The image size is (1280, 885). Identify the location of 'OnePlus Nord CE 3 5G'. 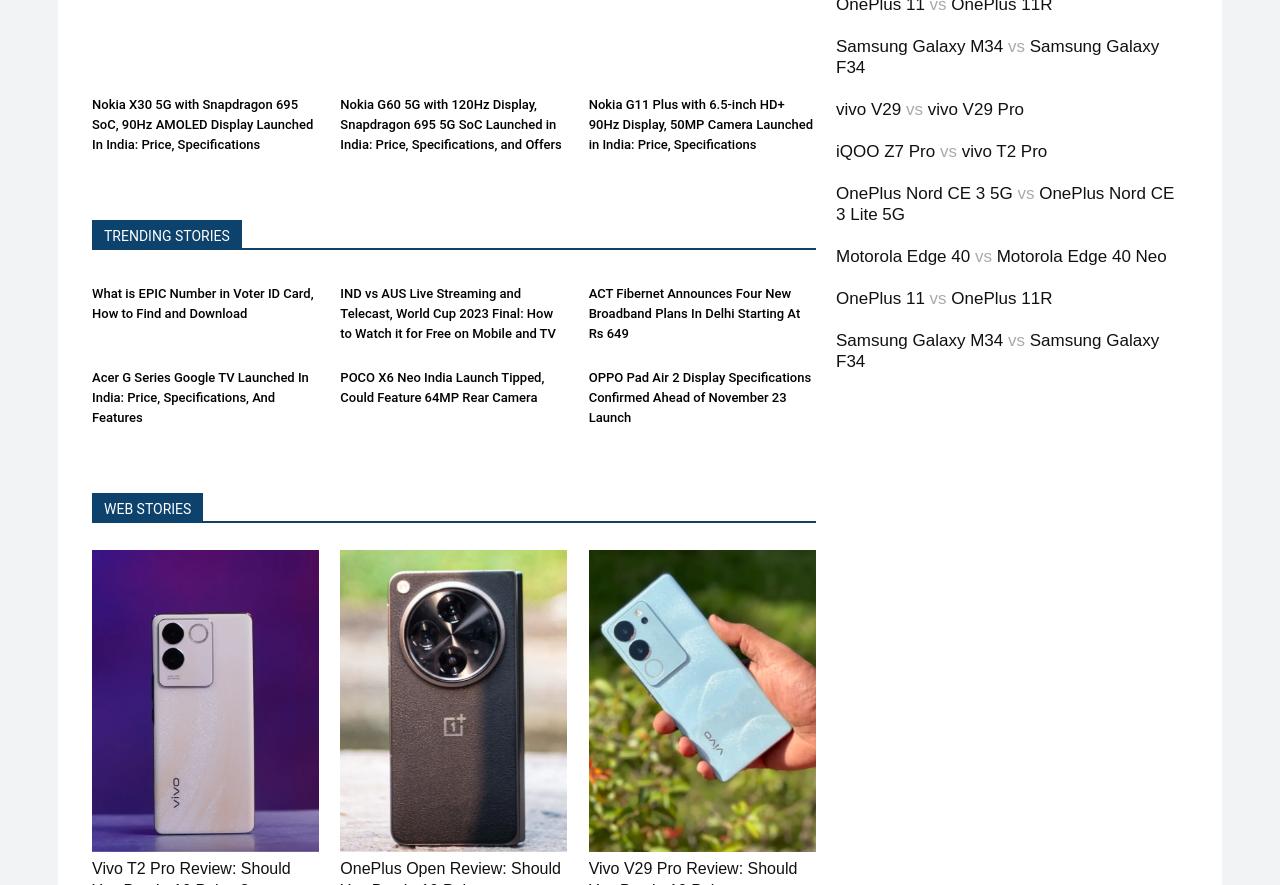
(923, 193).